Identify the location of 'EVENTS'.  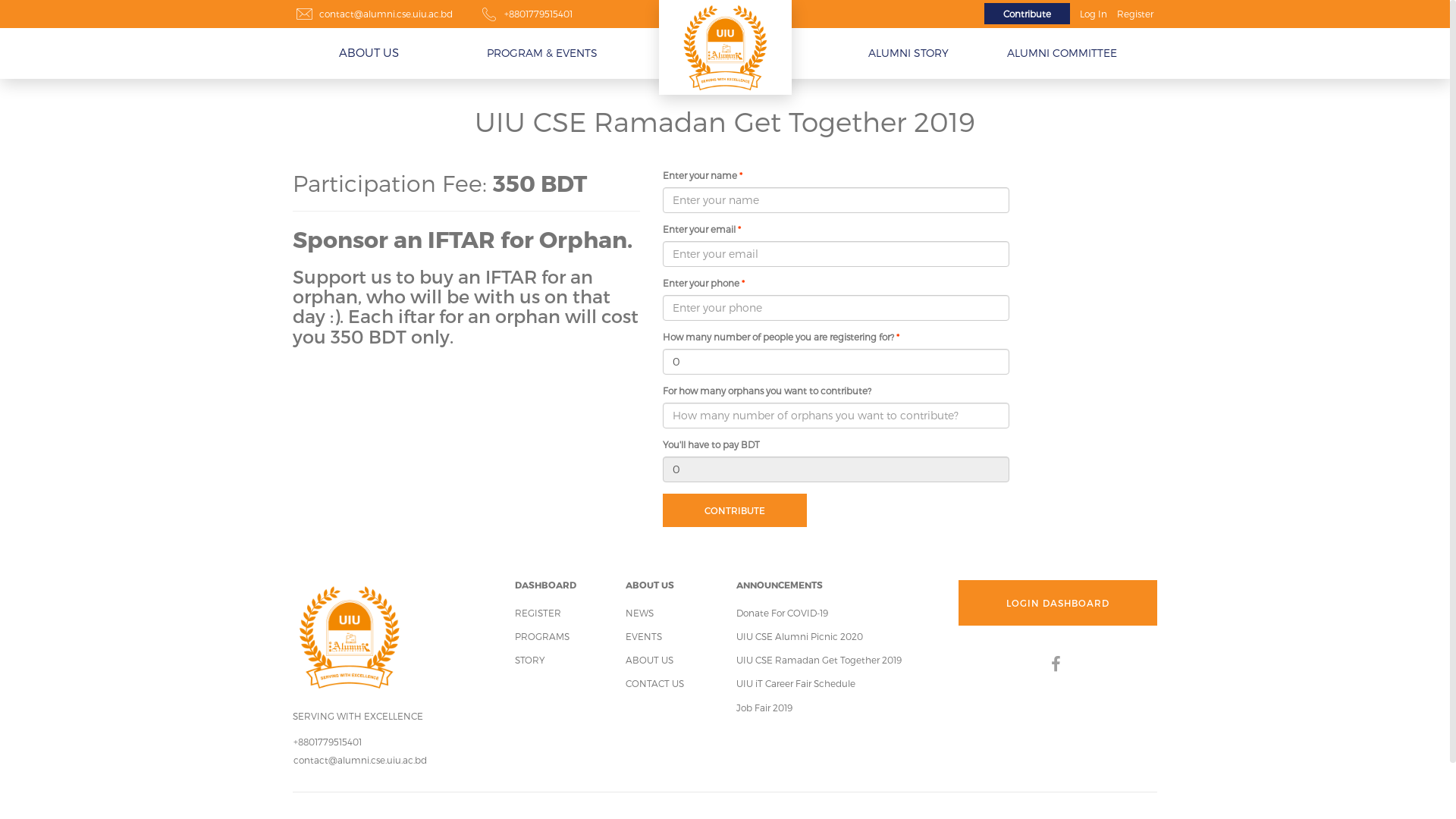
(644, 636).